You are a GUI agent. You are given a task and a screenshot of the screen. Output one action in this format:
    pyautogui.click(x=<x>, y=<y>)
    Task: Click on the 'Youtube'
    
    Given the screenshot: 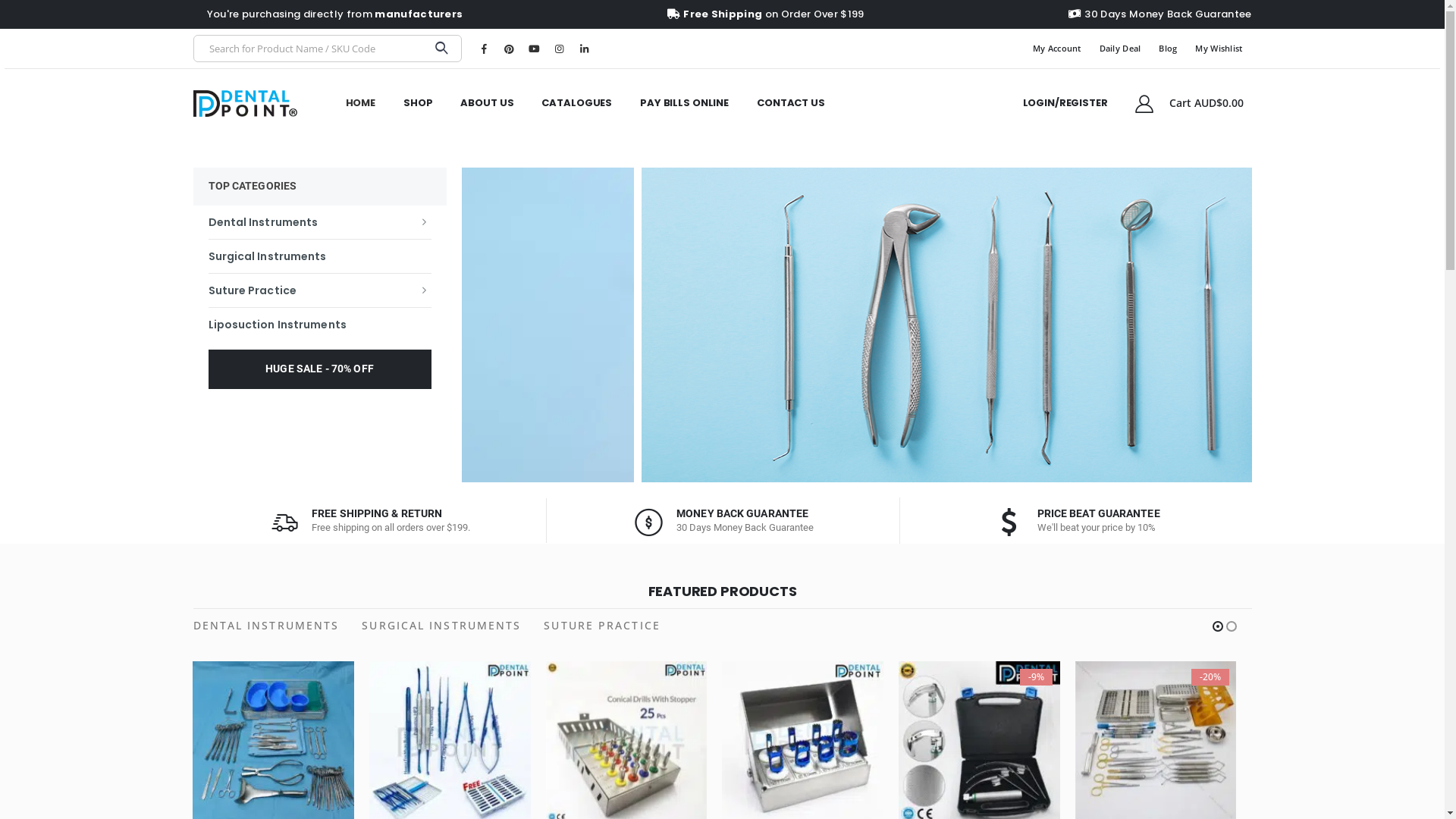 What is the action you would take?
    pyautogui.click(x=534, y=48)
    